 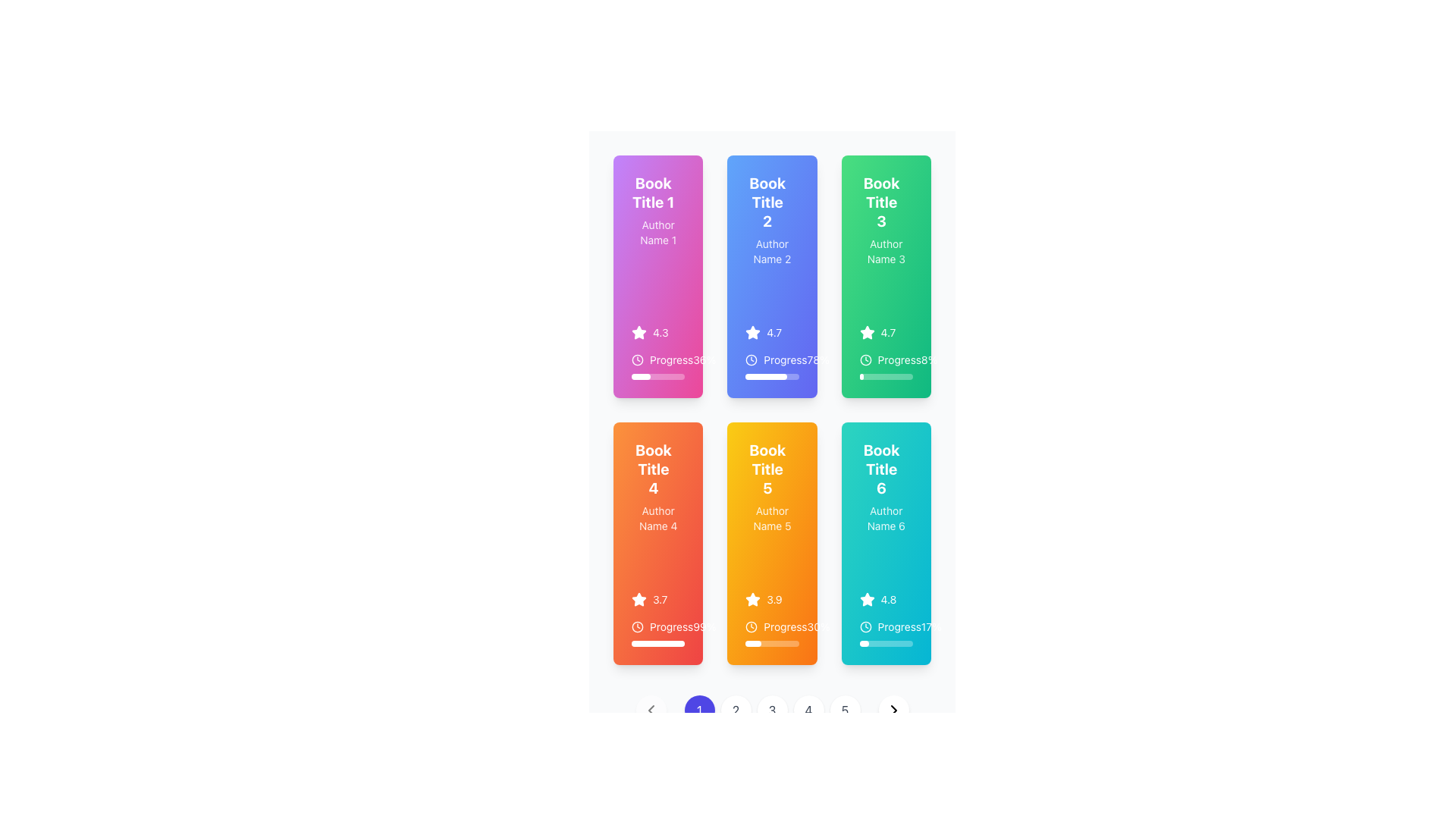 I want to click on text 'Book Title 3' located at the top center of a green card in the second row and third column of the grid, so click(x=881, y=201).